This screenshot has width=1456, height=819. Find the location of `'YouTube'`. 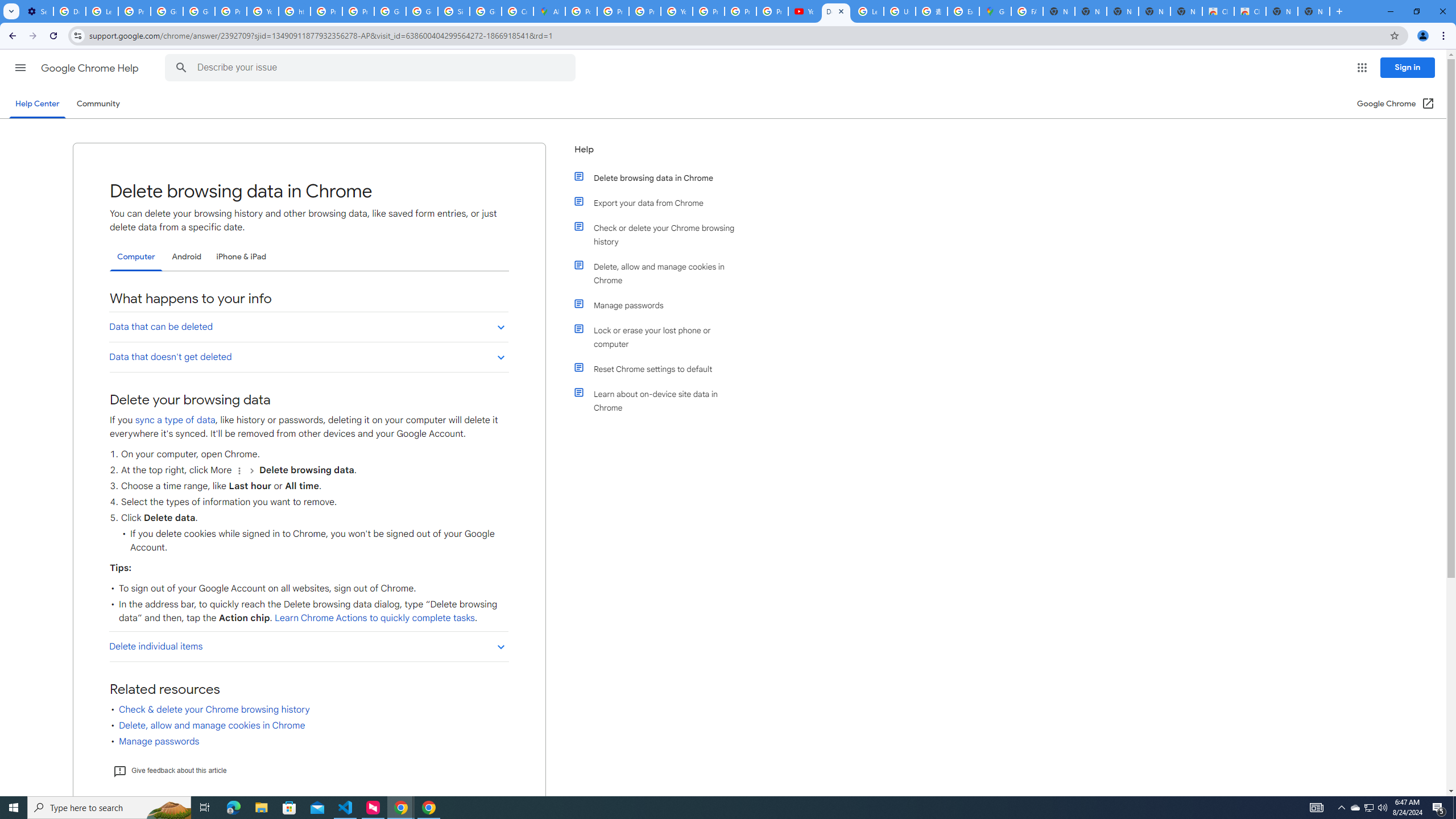

'YouTube' is located at coordinates (262, 11).